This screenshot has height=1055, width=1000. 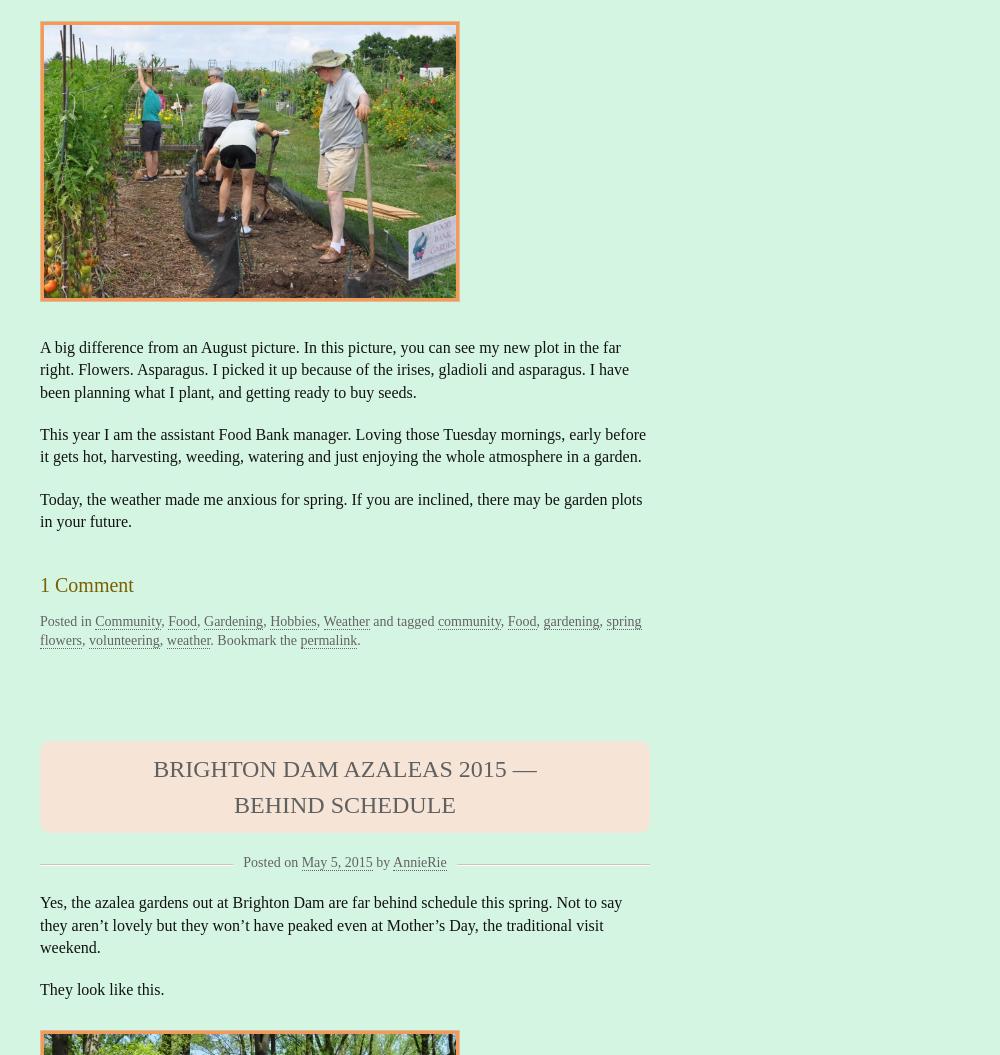 What do you see at coordinates (232, 620) in the screenshot?
I see `'Gardening'` at bounding box center [232, 620].